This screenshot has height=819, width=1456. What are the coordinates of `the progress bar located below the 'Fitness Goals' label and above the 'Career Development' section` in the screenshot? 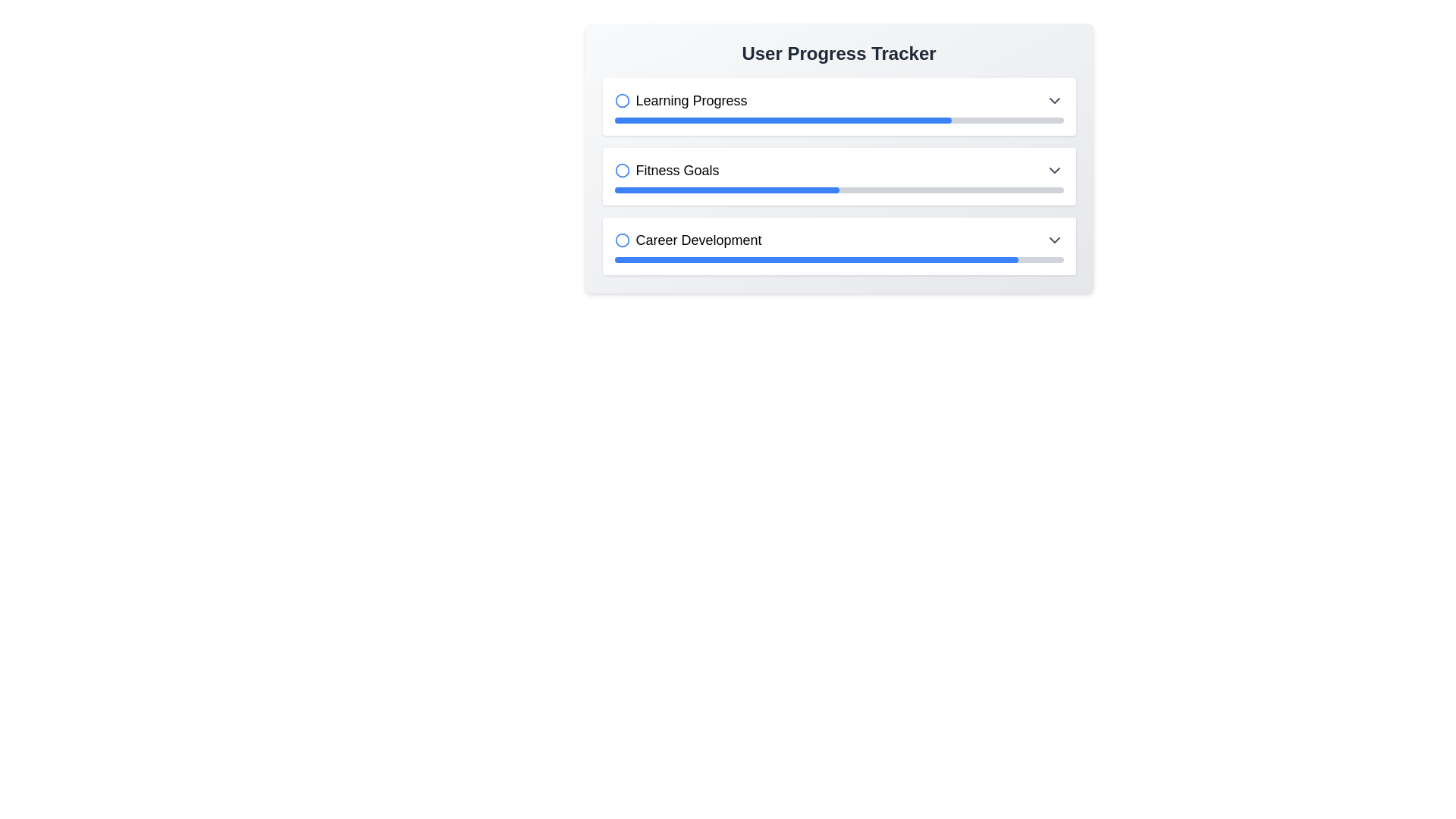 It's located at (838, 189).